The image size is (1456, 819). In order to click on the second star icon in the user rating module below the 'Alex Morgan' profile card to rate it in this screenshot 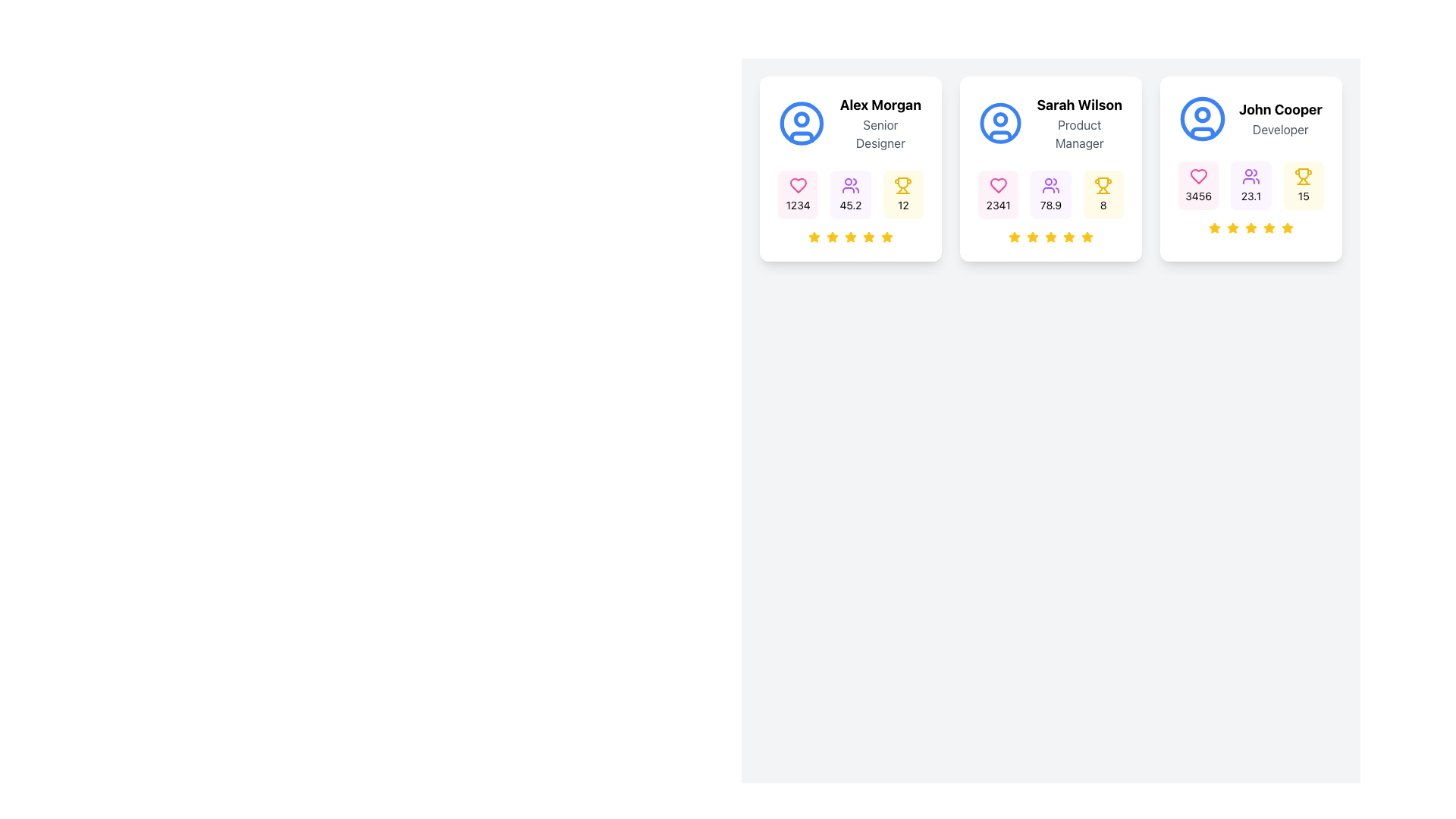, I will do `click(832, 237)`.